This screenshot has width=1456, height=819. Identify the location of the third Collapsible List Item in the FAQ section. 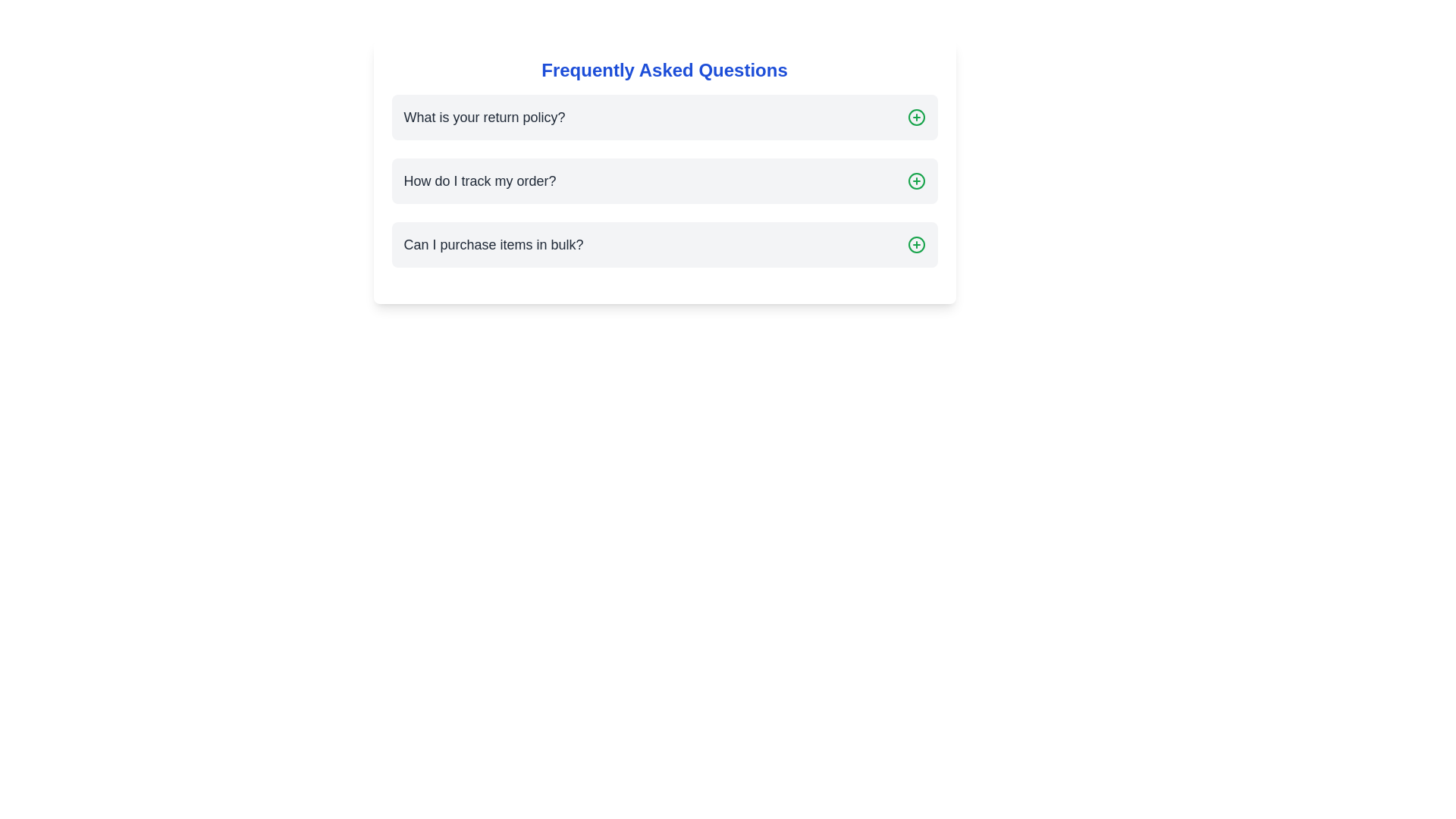
(664, 244).